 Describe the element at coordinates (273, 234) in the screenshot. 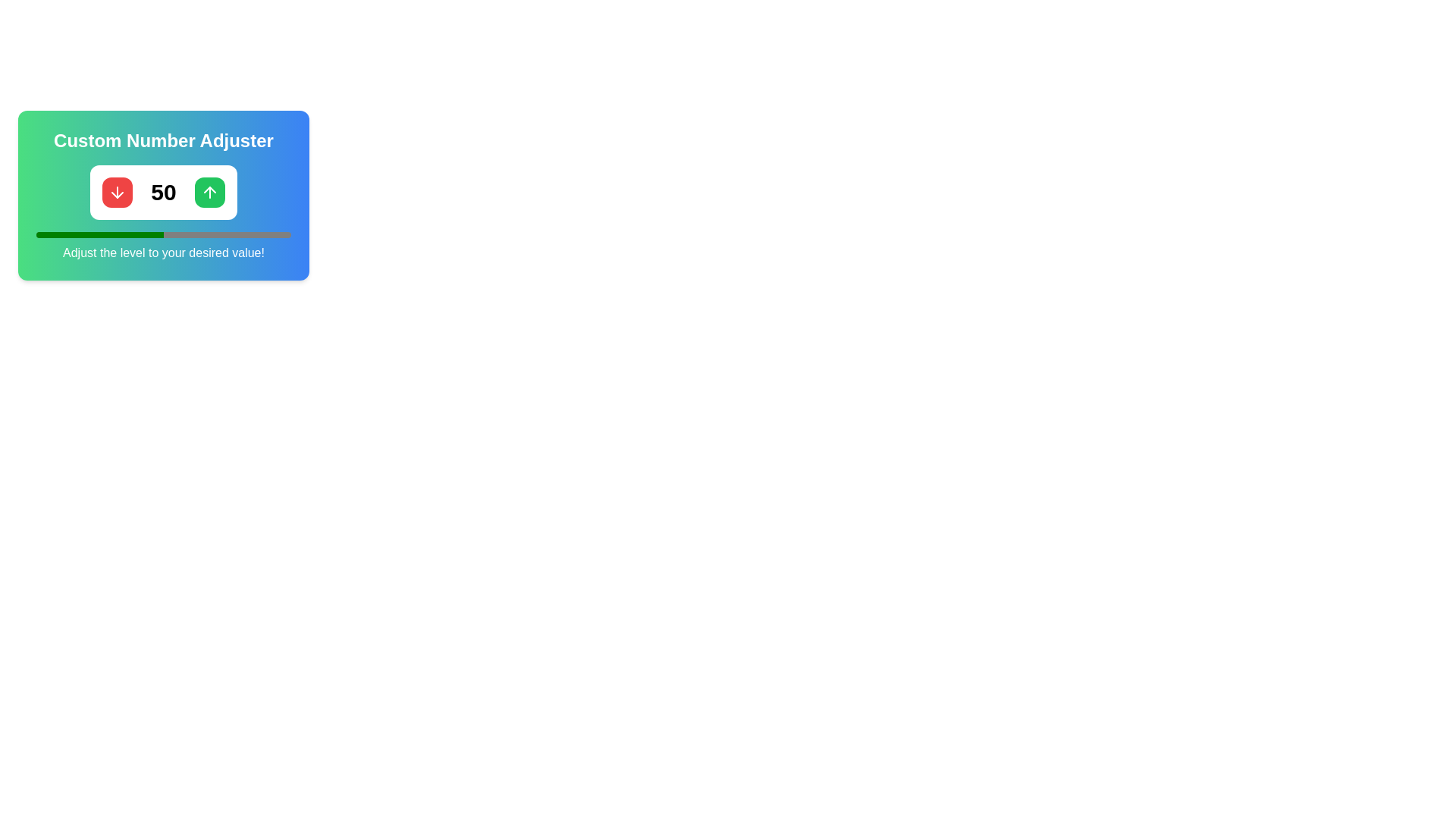

I see `the slider value` at that location.